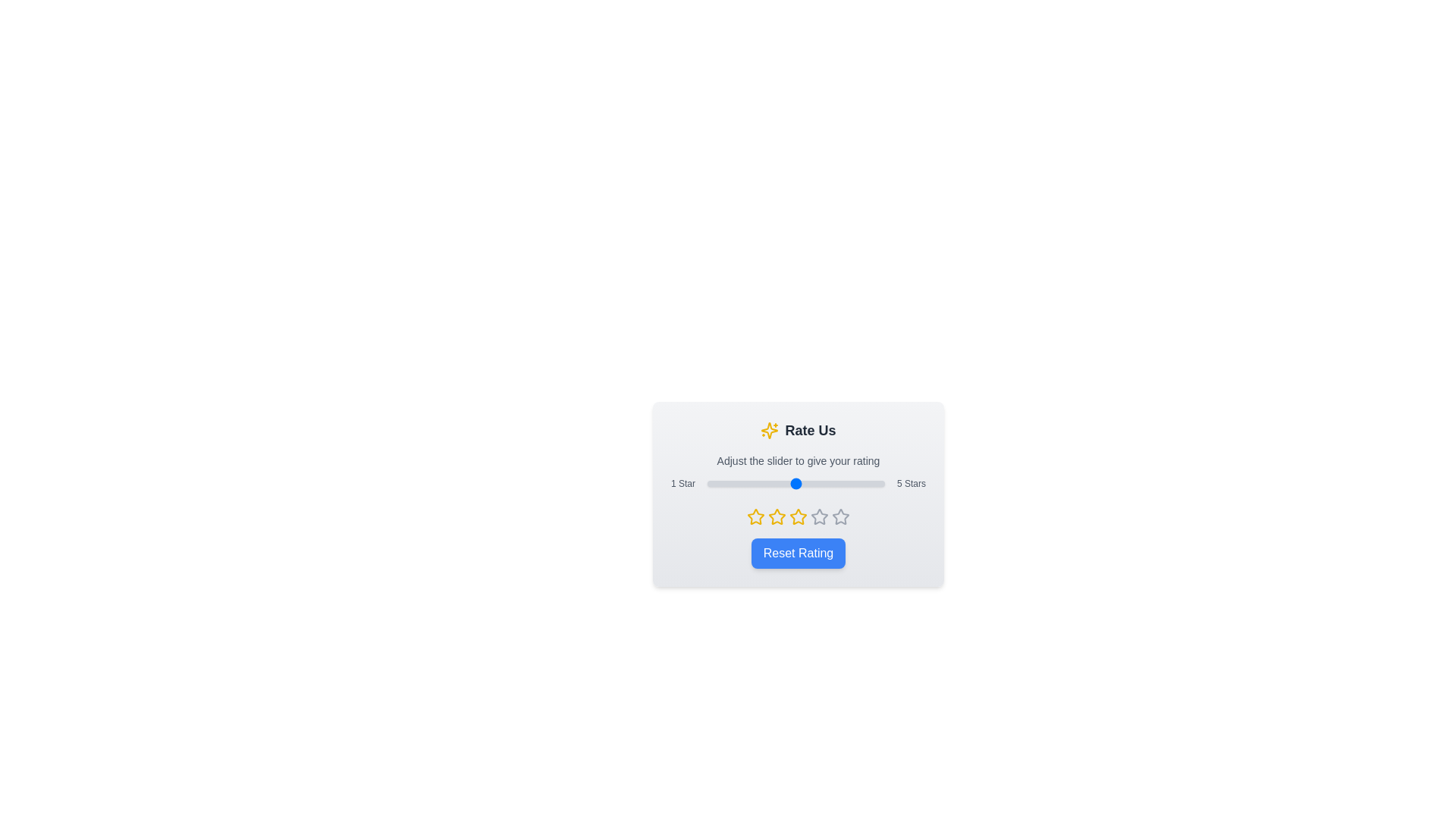 Image resolution: width=1456 pixels, height=819 pixels. What do you see at coordinates (795, 483) in the screenshot?
I see `the star rating slider to 3 stars` at bounding box center [795, 483].